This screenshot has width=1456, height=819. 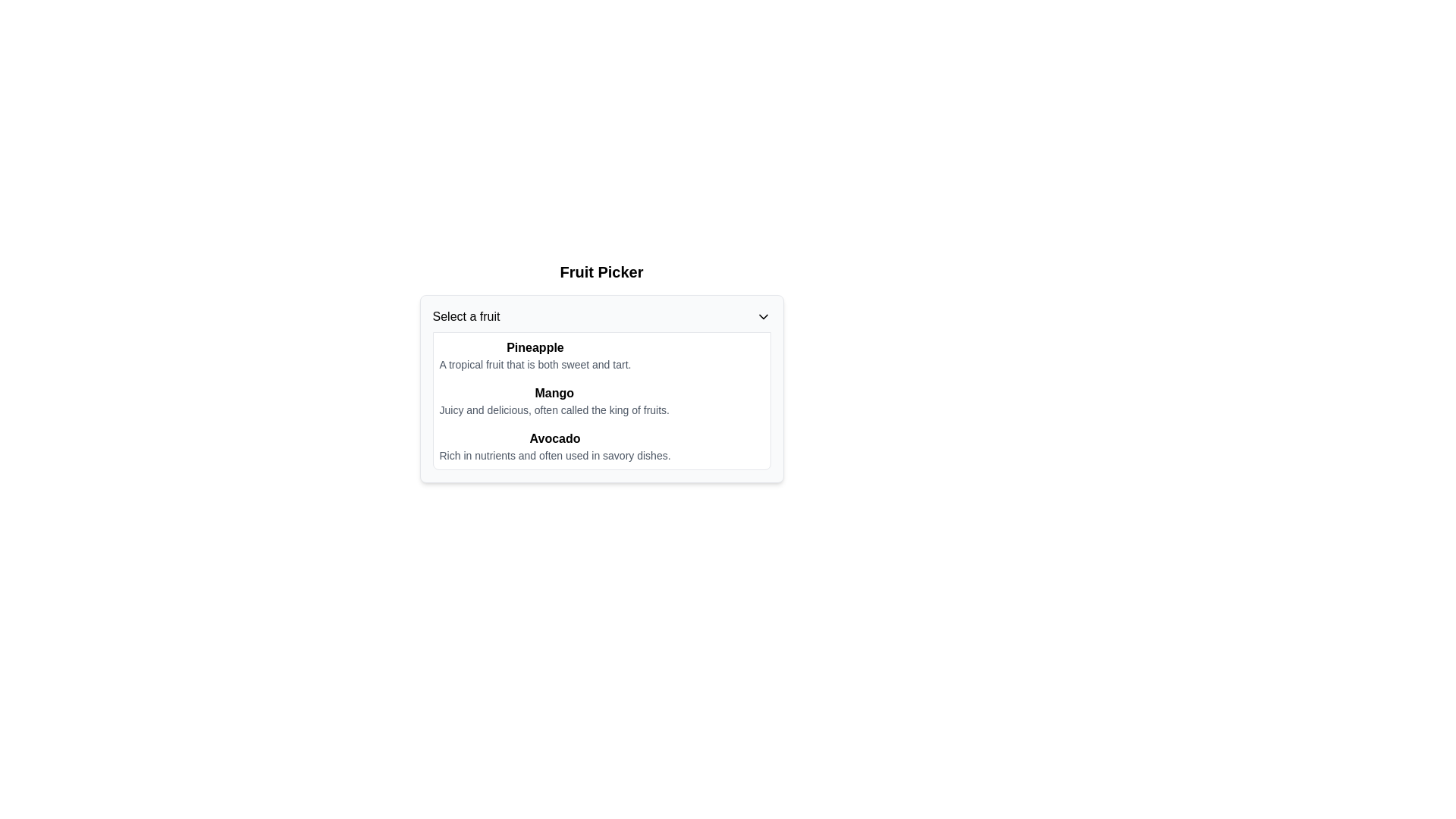 What do you see at coordinates (601, 356) in the screenshot?
I see `the 'Pineapple' option in the dropdown list titled 'Select a fruit'` at bounding box center [601, 356].